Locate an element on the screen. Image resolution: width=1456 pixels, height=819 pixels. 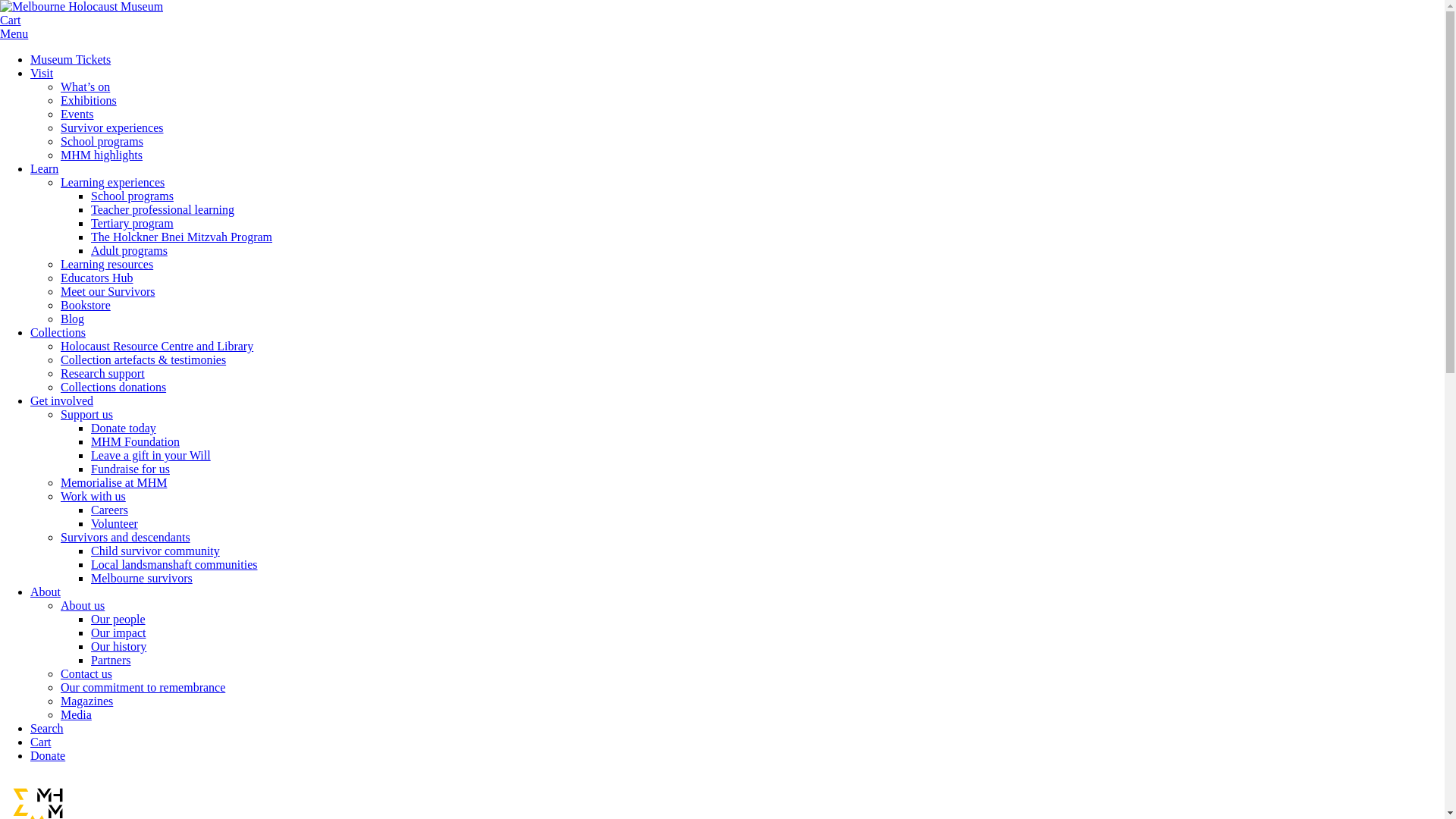
'Donate' is located at coordinates (47, 755).